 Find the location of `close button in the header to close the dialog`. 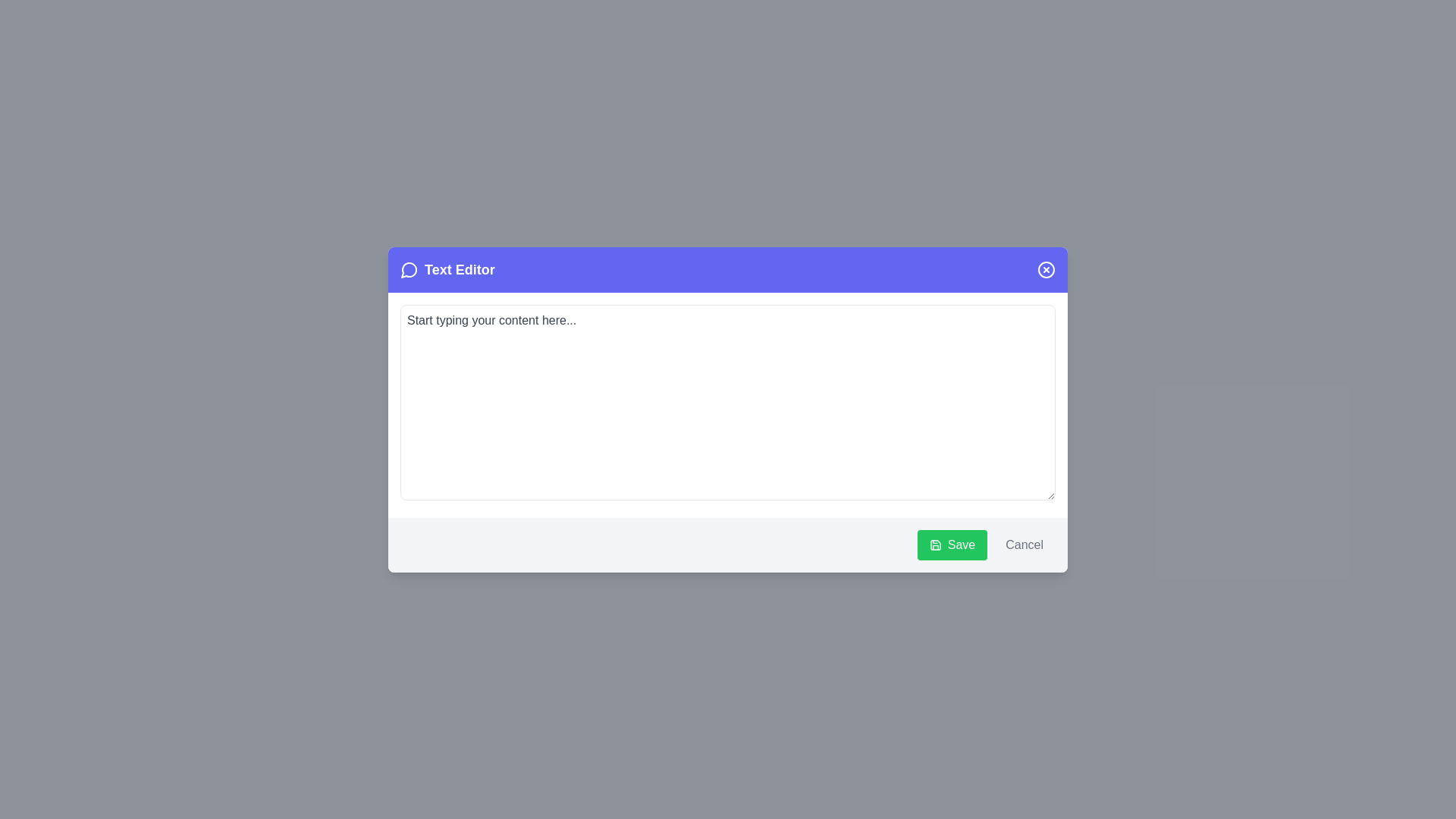

close button in the header to close the dialog is located at coordinates (1046, 268).